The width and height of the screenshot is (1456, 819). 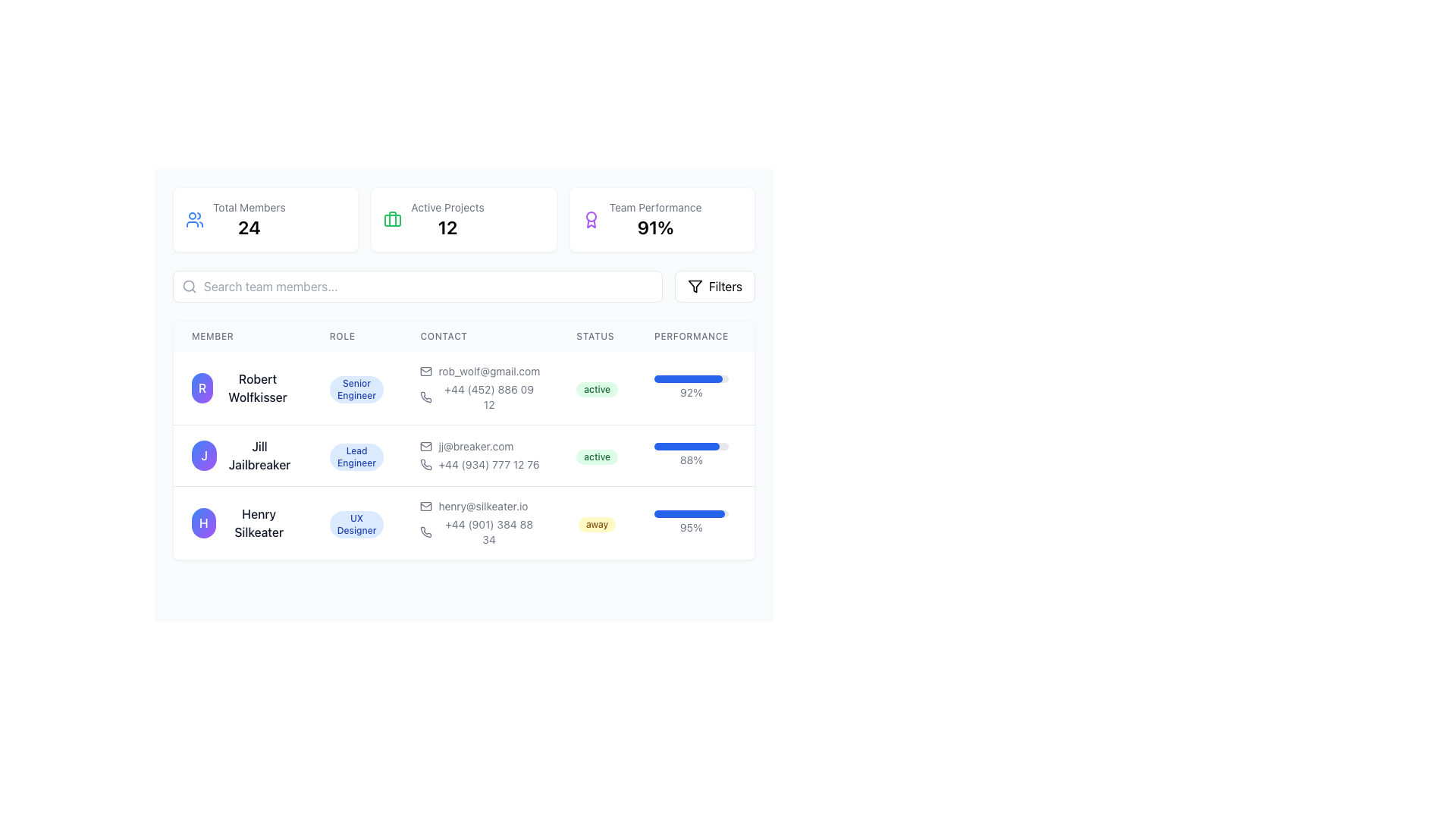 I want to click on percentage value displayed on the Progress Bar with Label for Robert Wolfkisser in the Performance column of the table, which shows 92%, so click(x=691, y=388).